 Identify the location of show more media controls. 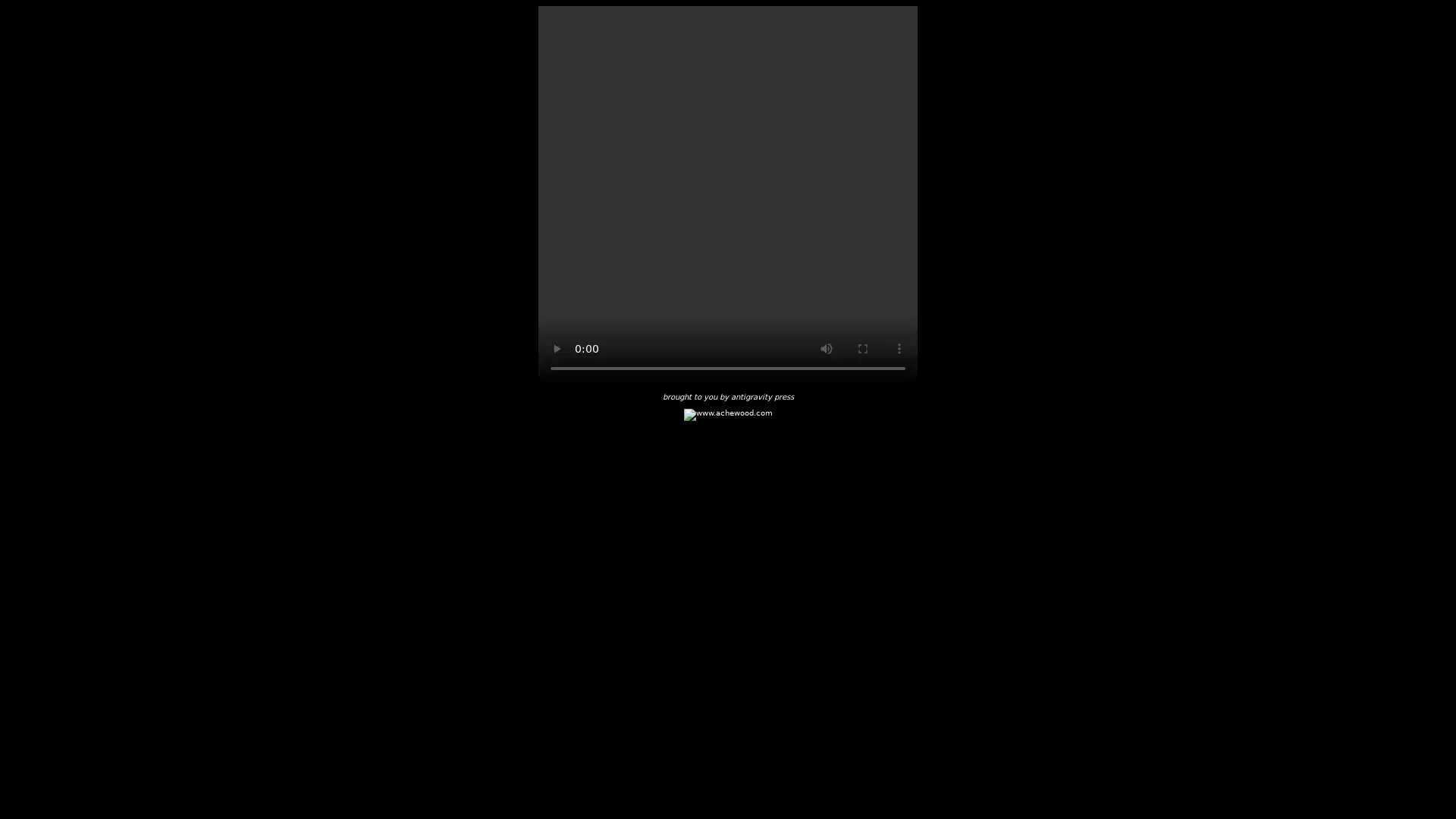
(899, 348).